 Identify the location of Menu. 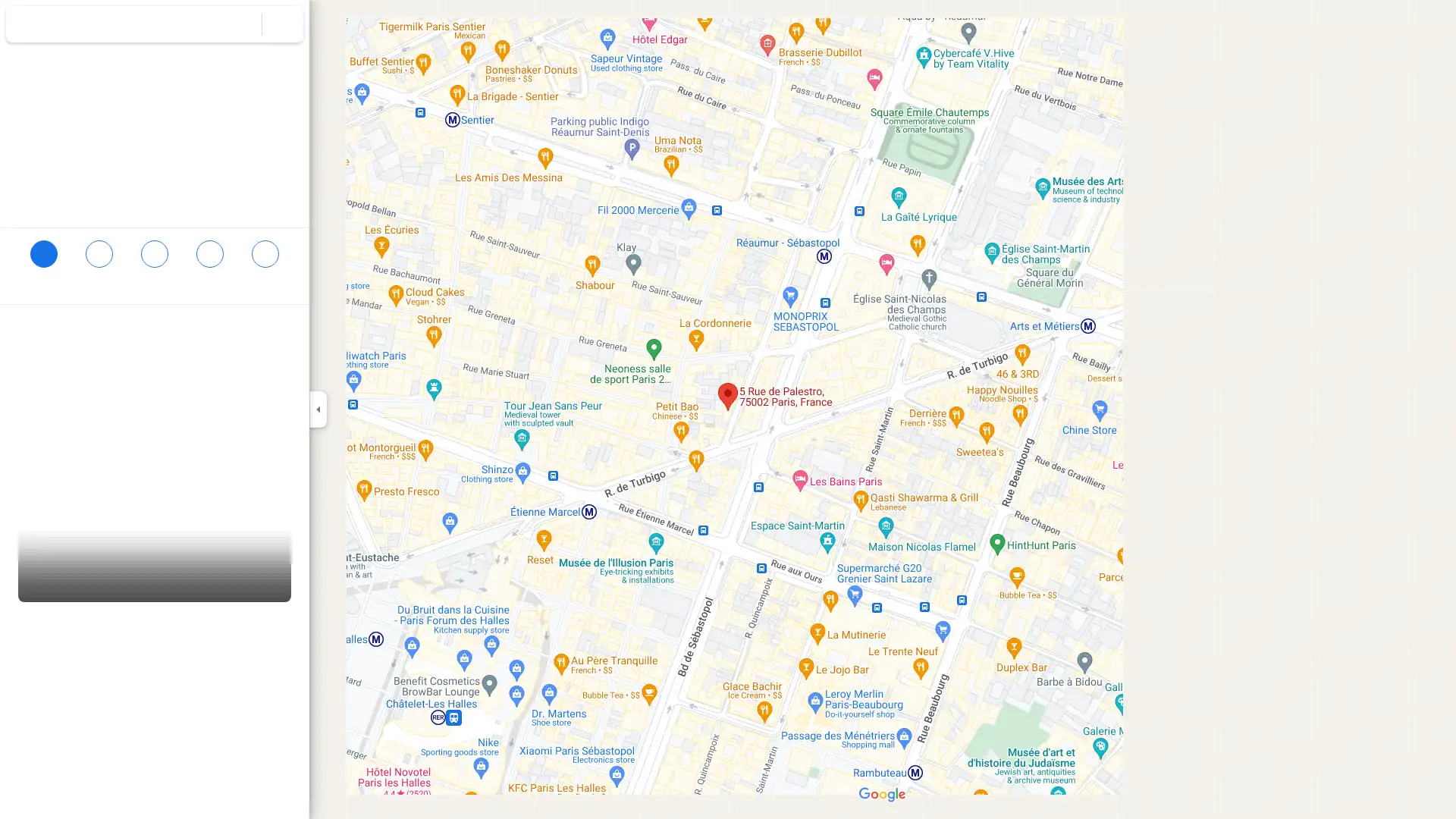
(27, 26).